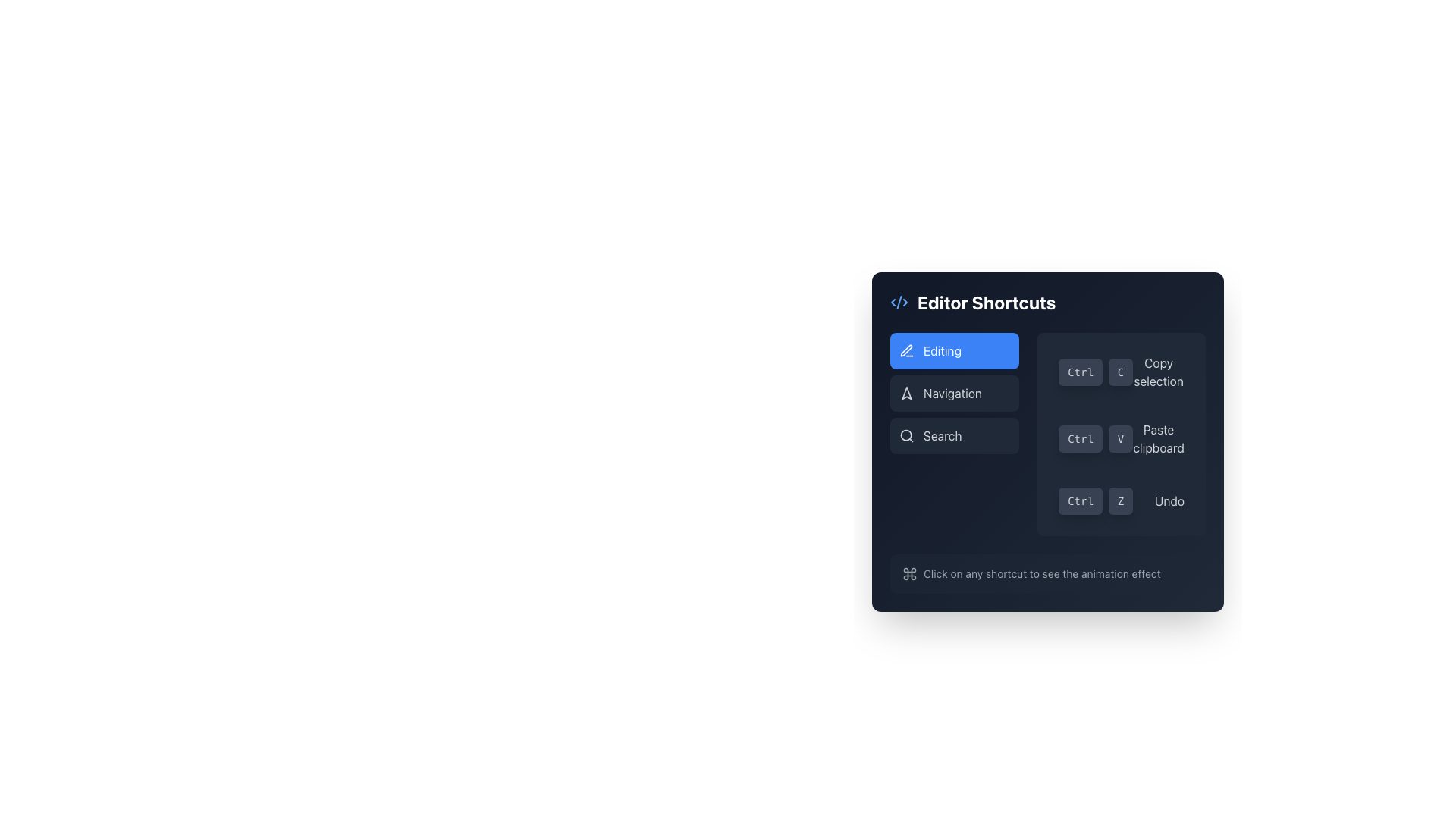  I want to click on text of the 'Navigation' label located in the left section of the modal view under 'Editor Shortcuts', positioned between 'Editing' and 'Search', so click(952, 393).